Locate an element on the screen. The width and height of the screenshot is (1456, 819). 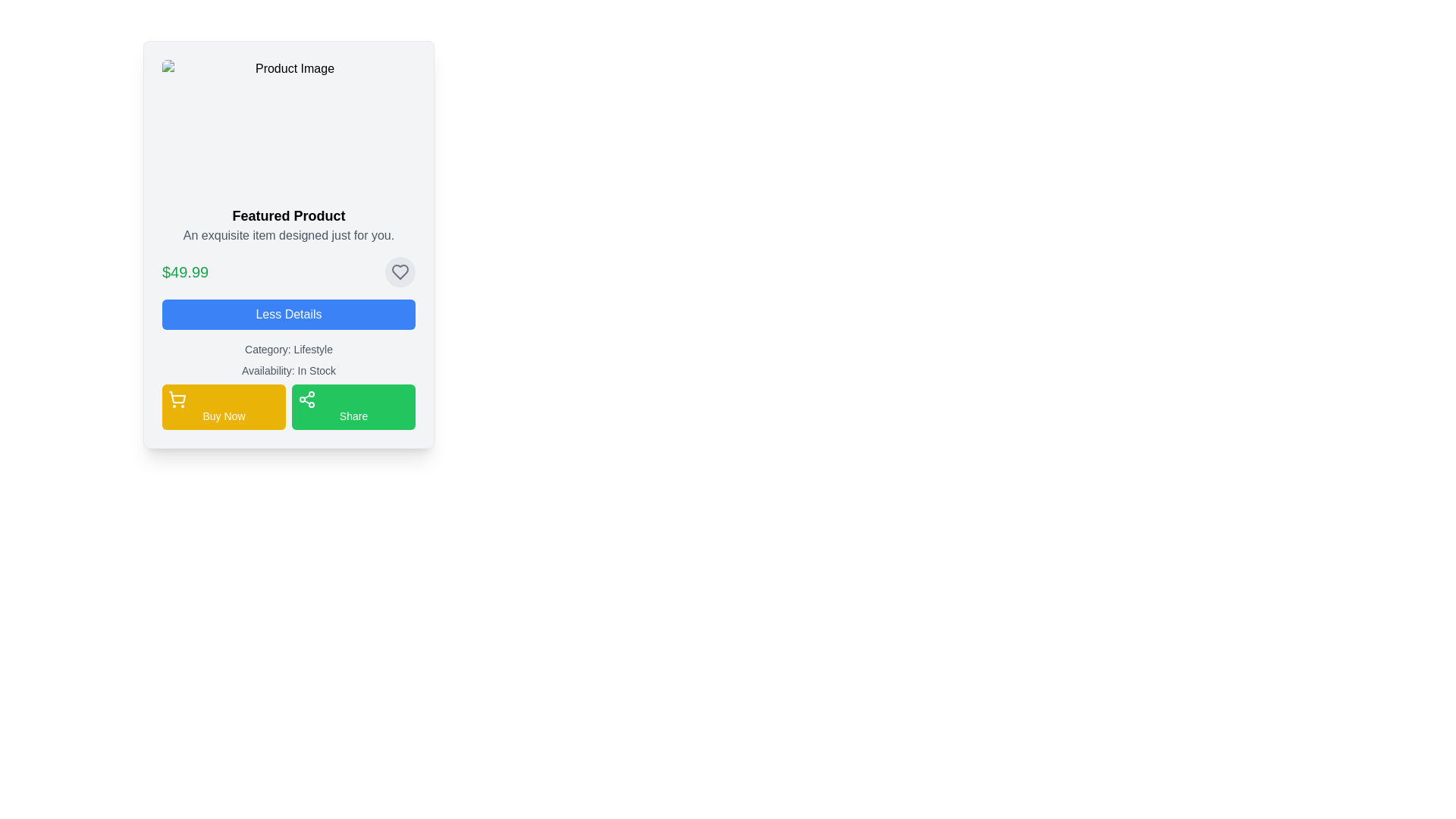
the purchase button located at the lower end of the product card, which is the first button in a horizontally aligned button group, to change its appearance is located at coordinates (223, 406).